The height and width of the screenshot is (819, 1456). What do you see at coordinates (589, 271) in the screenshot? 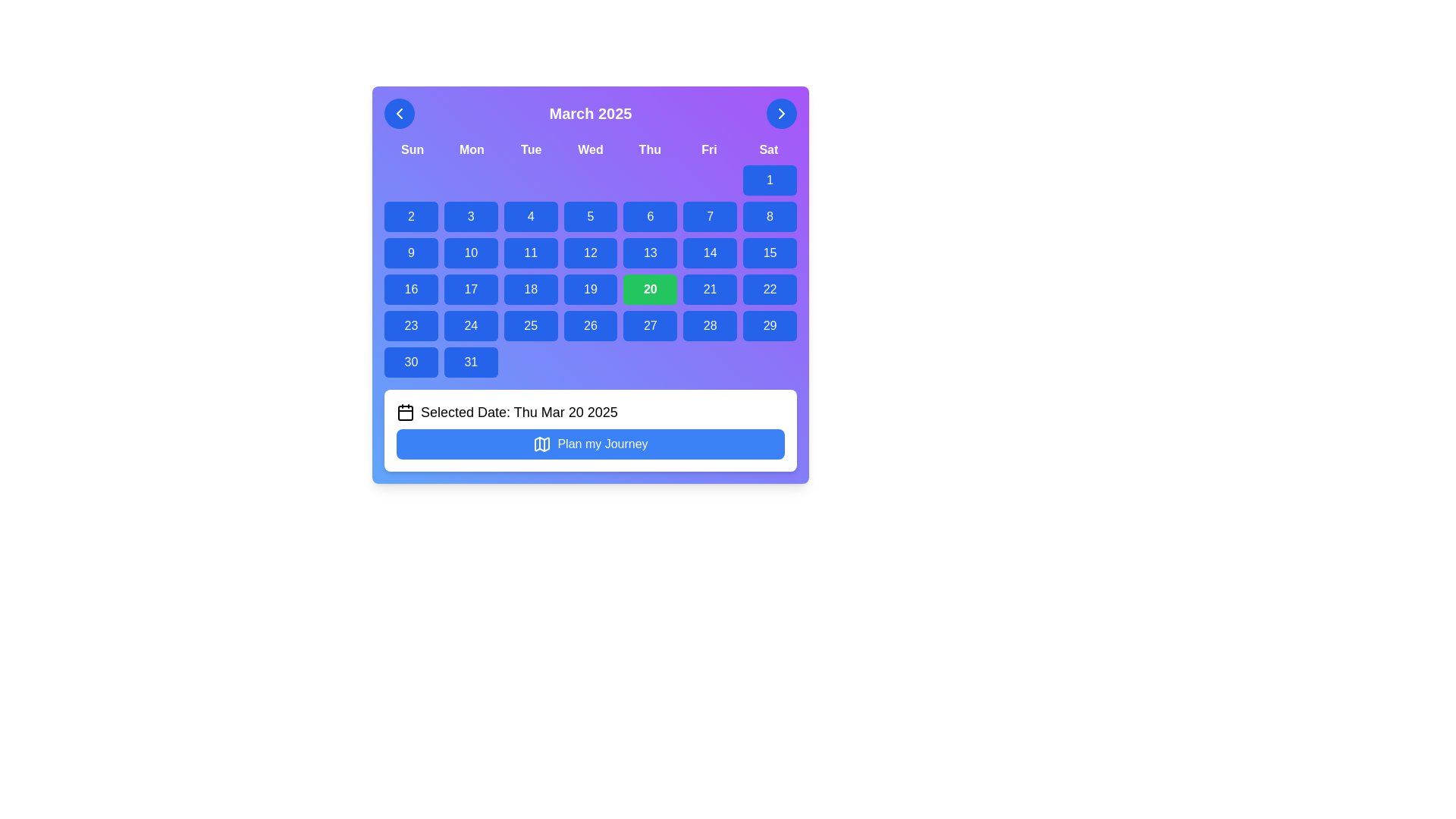
I see `the date selector in the interactive calendar grid located below the 'March 2025' title` at bounding box center [589, 271].